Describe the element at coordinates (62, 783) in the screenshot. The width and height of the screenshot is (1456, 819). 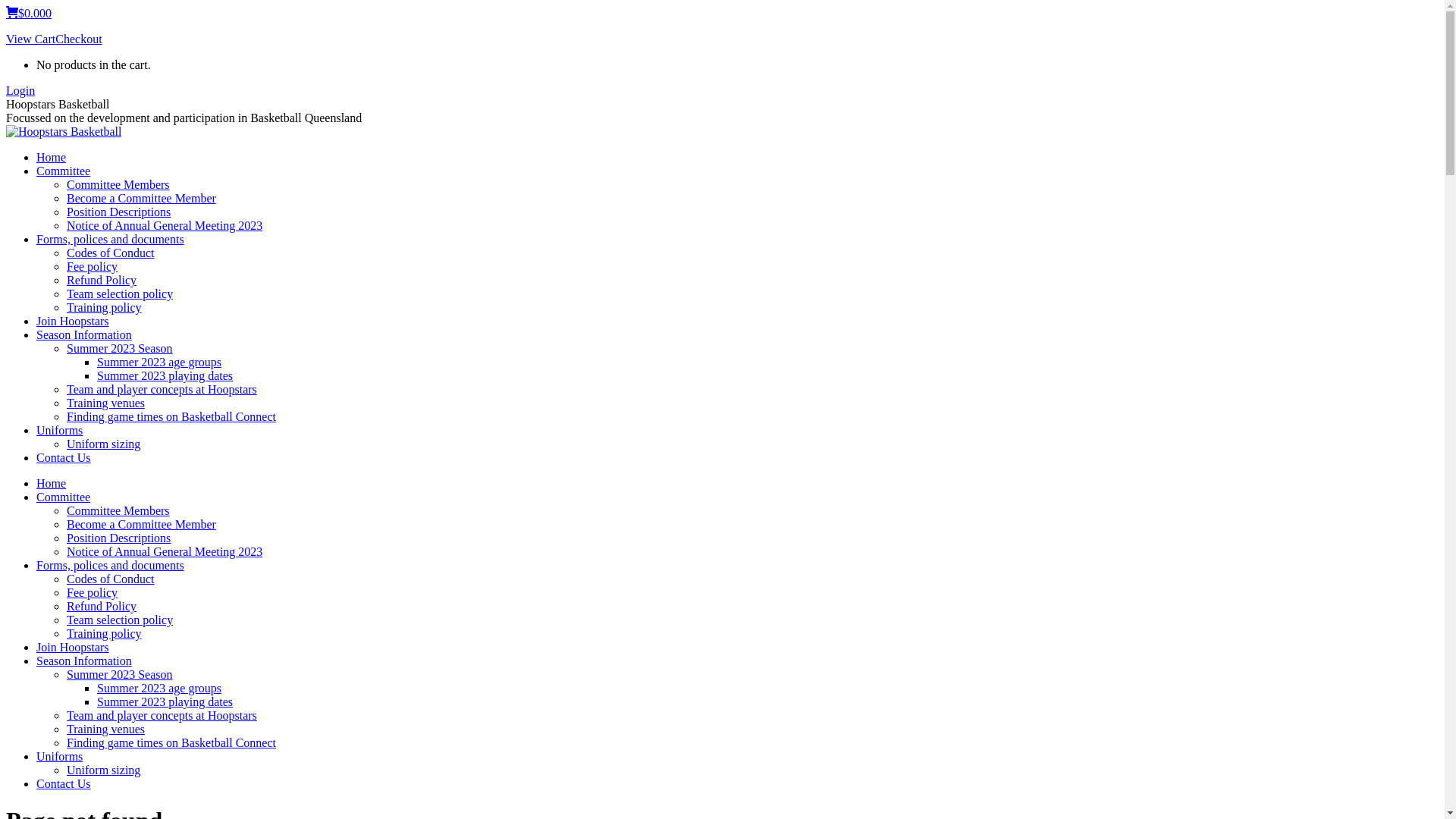
I see `'Contact Us'` at that location.